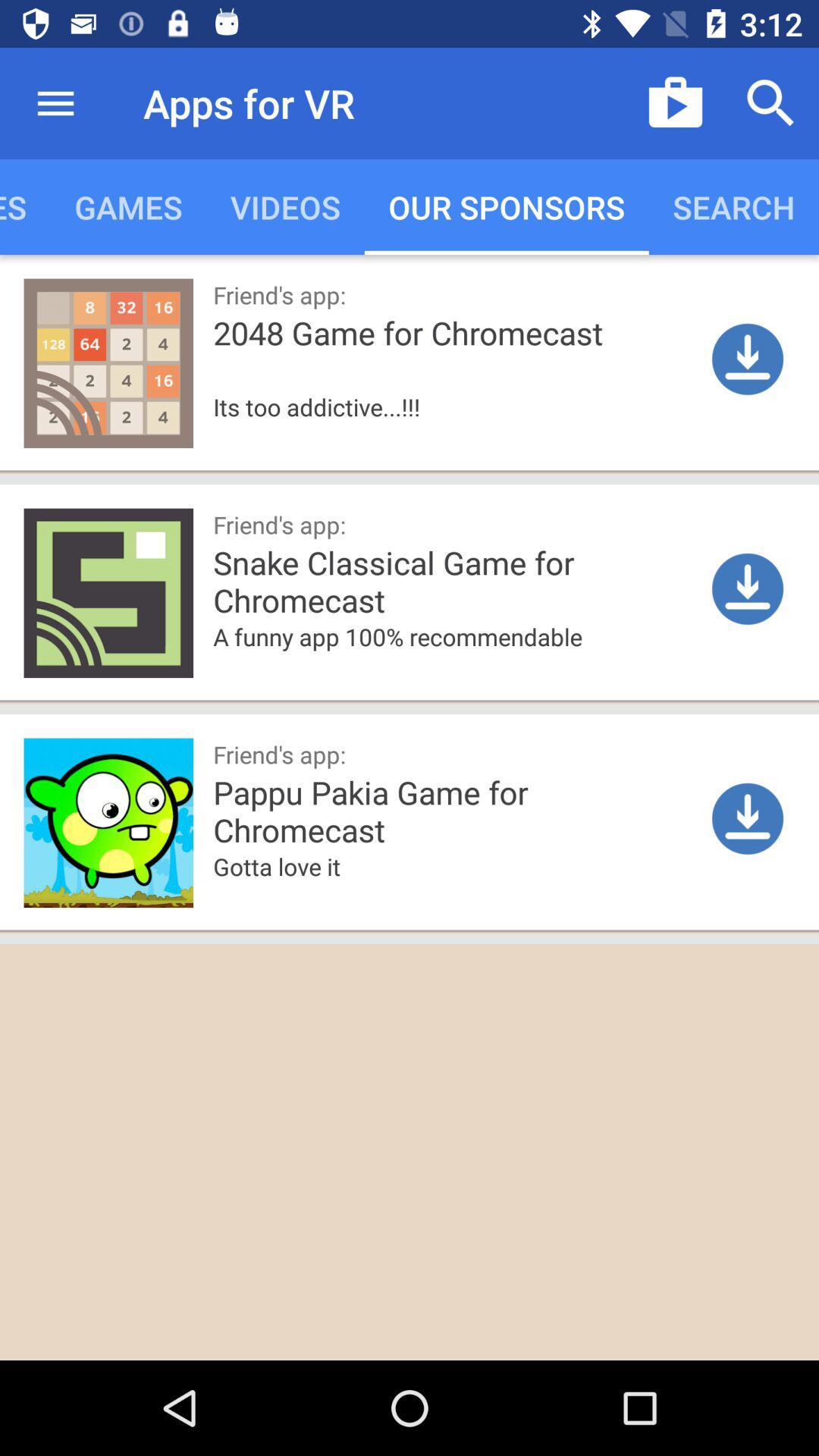 The width and height of the screenshot is (819, 1456). Describe the element at coordinates (375, 429) in the screenshot. I see `the icon below 2048 game for icon` at that location.